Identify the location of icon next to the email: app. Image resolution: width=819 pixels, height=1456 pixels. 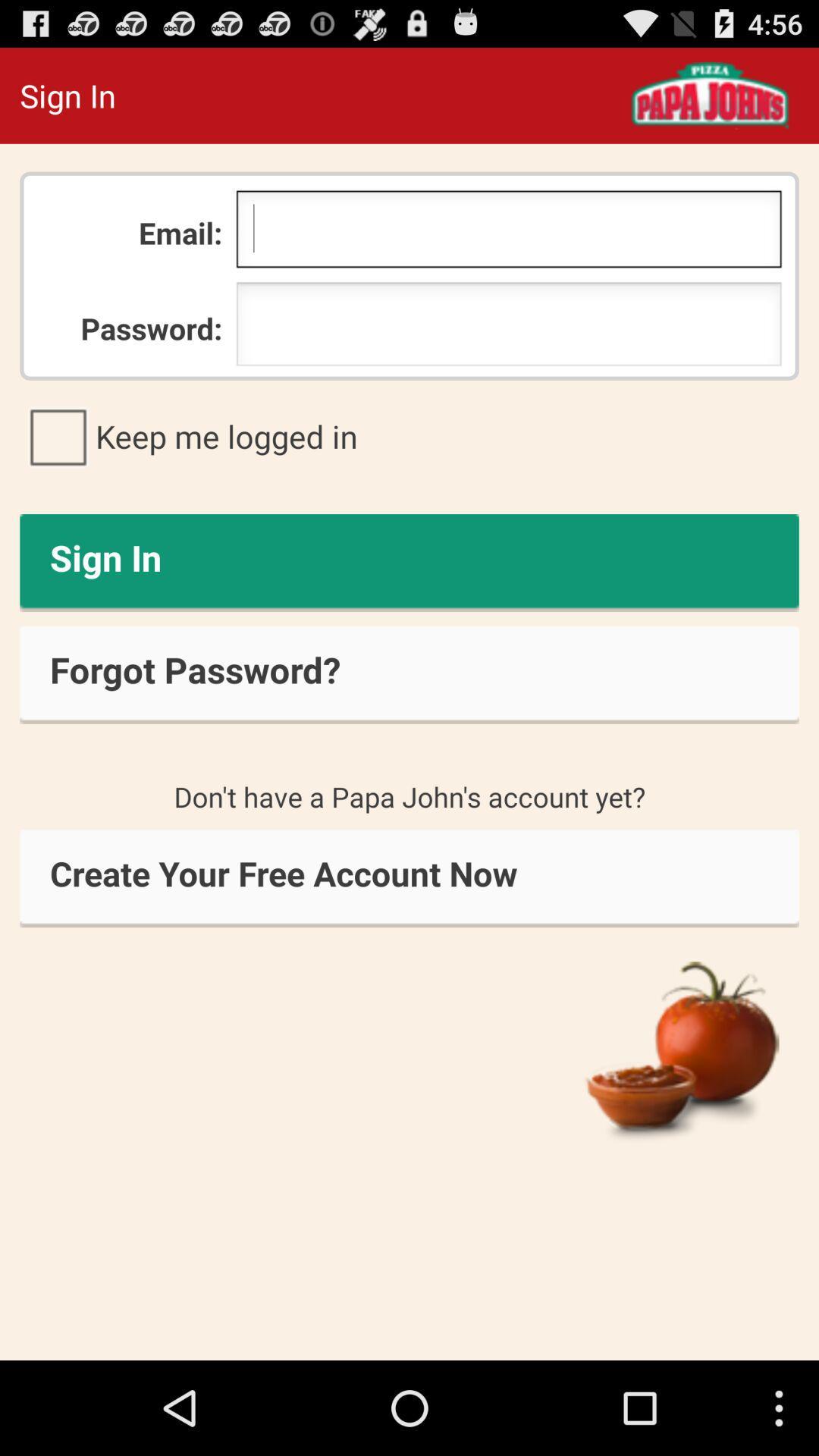
(509, 232).